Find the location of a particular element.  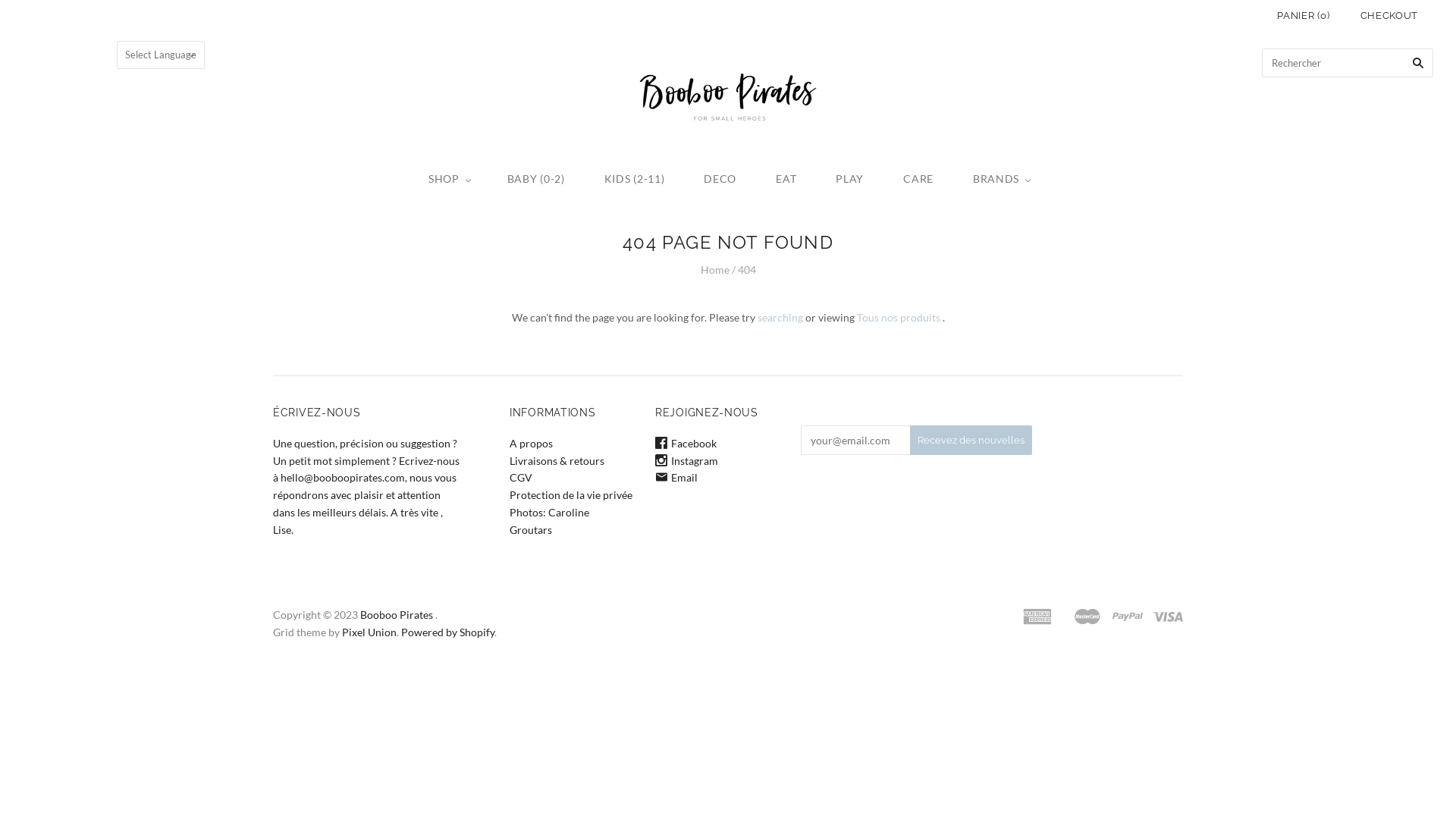

'A propos' is located at coordinates (531, 443).